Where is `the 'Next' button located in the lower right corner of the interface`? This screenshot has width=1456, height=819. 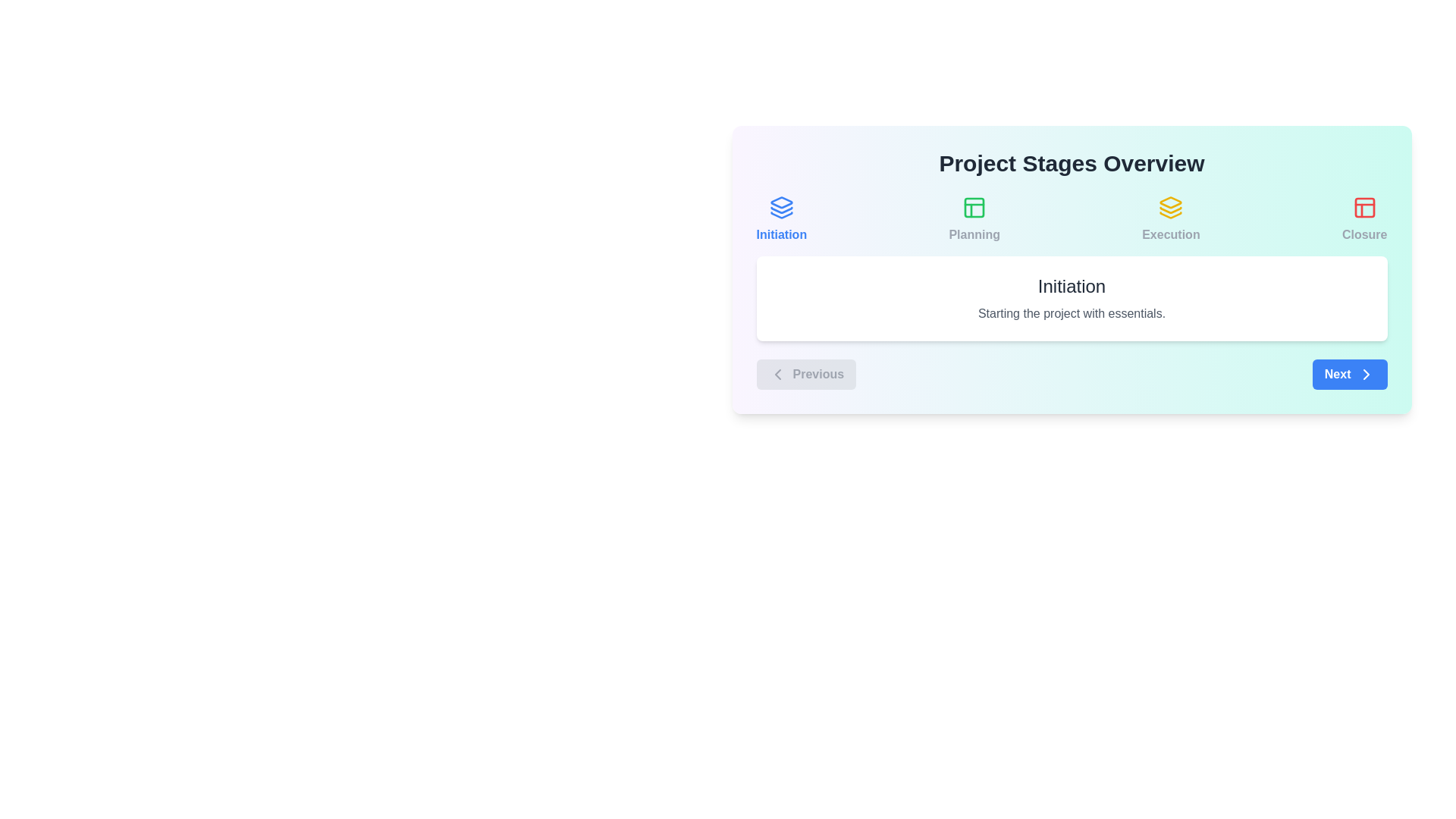
the 'Next' button located in the lower right corner of the interface is located at coordinates (1350, 374).